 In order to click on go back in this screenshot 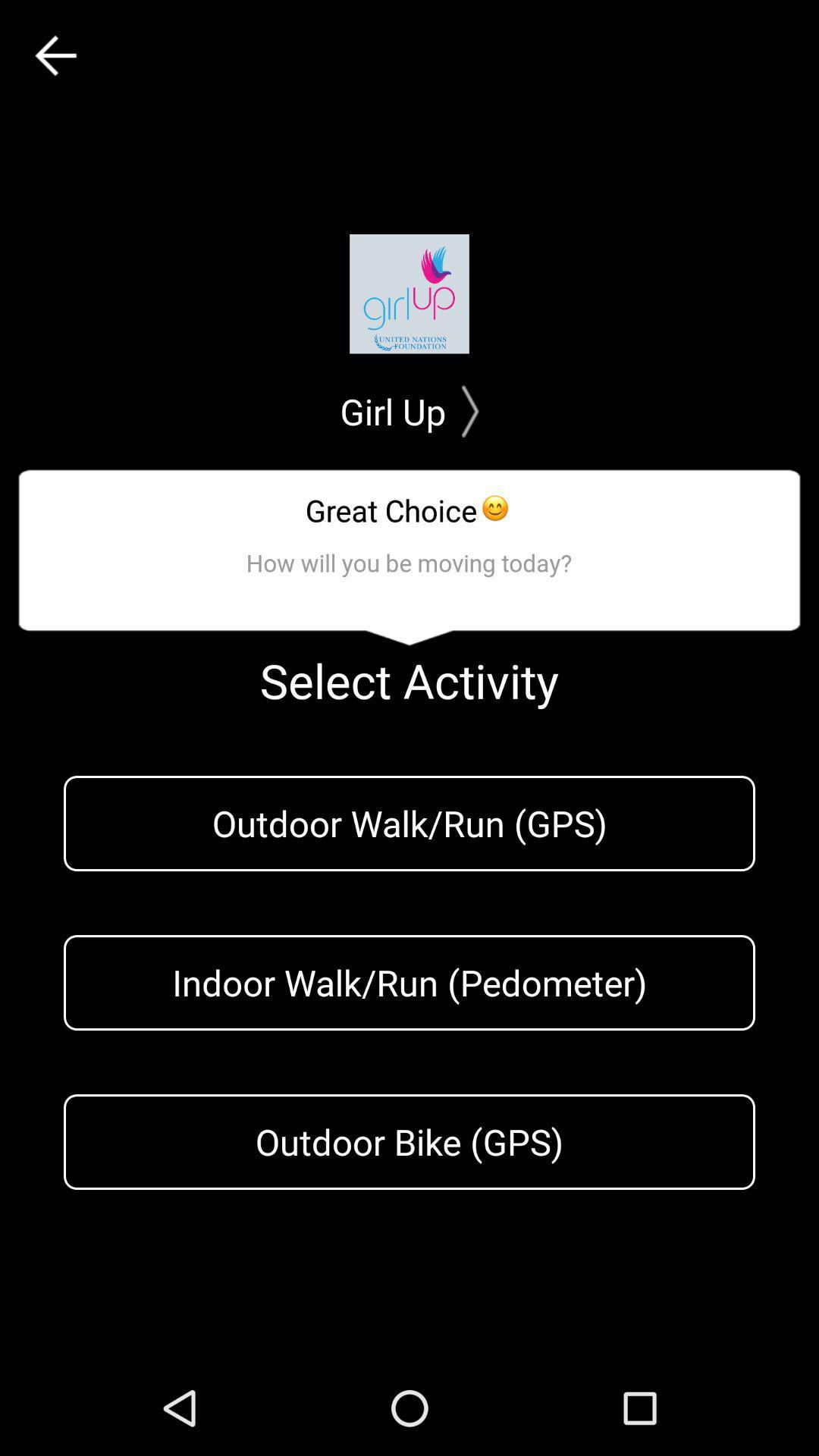, I will do `click(55, 55)`.